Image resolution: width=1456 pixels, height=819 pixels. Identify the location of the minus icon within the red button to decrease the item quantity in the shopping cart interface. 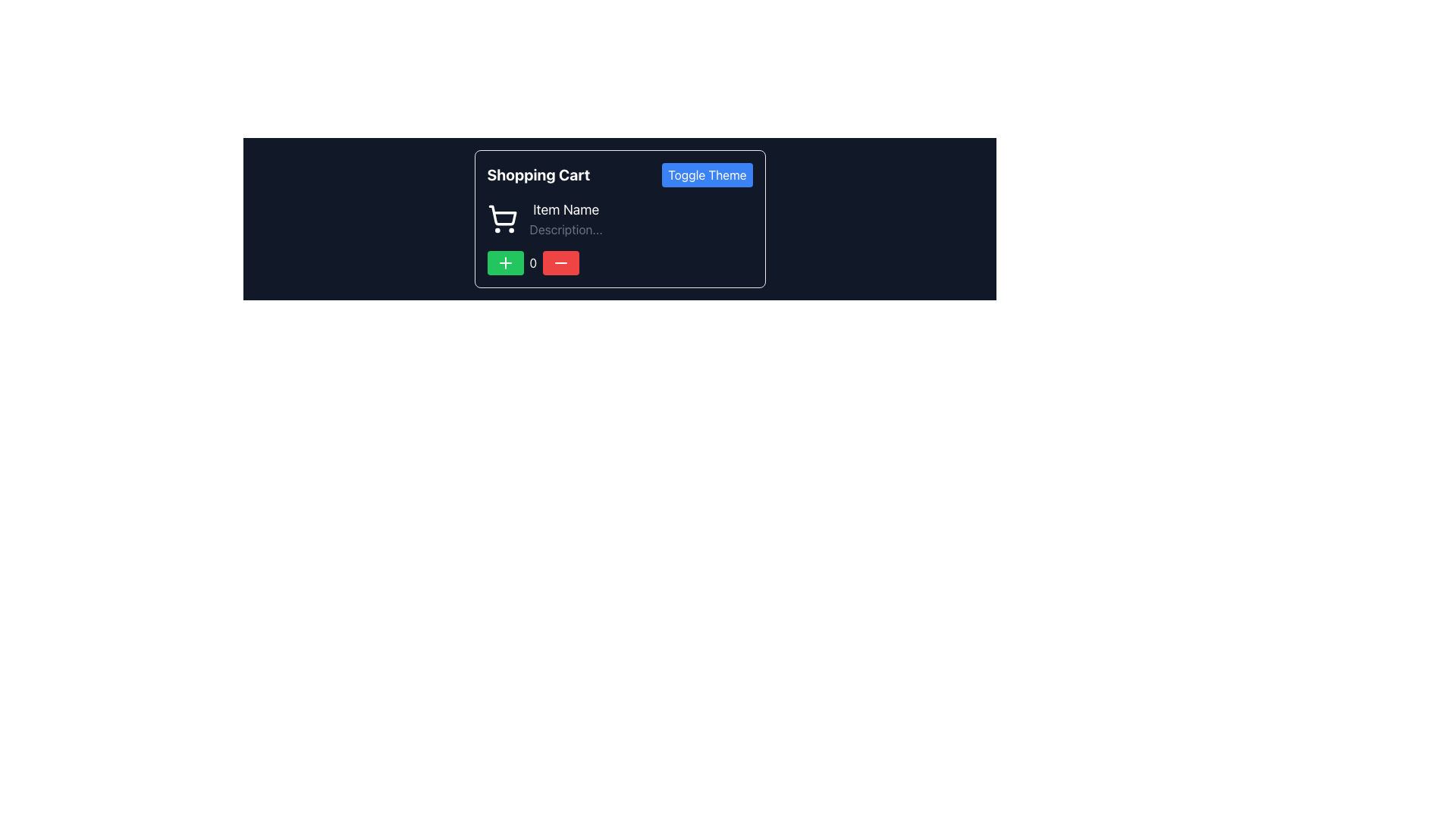
(560, 262).